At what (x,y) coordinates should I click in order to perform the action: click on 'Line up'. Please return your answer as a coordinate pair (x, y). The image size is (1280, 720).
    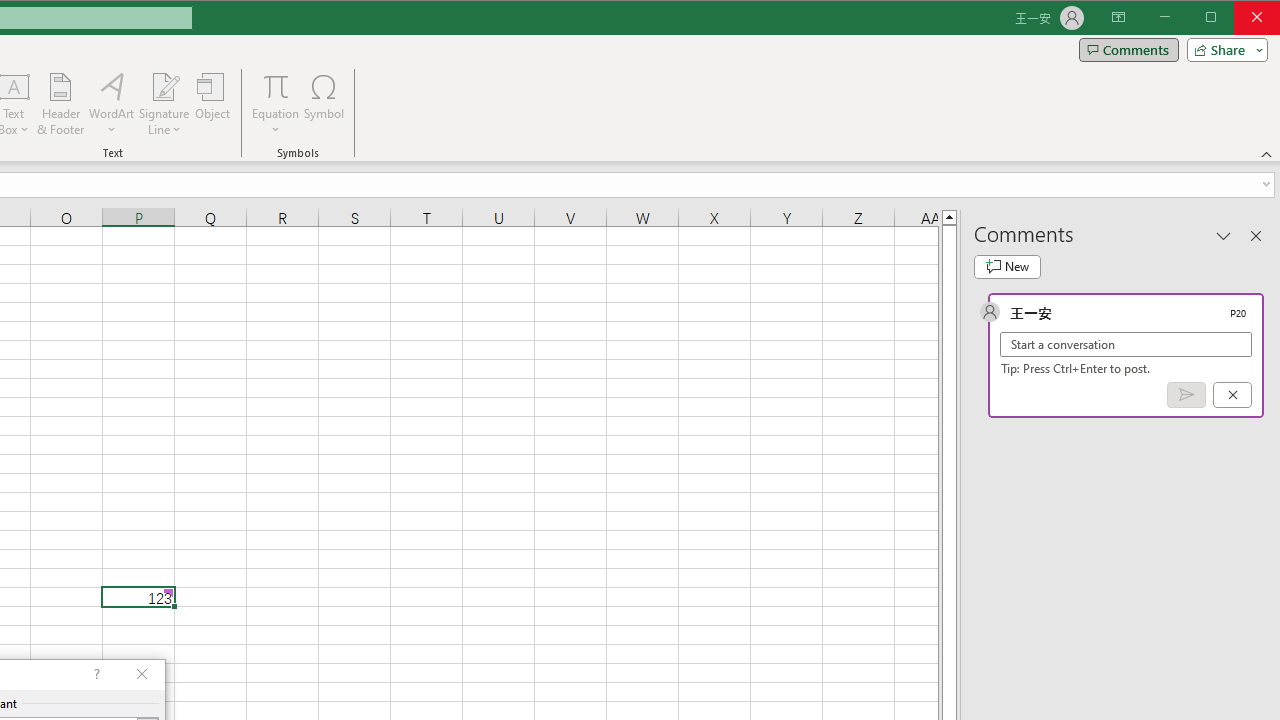
    Looking at the image, I should click on (948, 216).